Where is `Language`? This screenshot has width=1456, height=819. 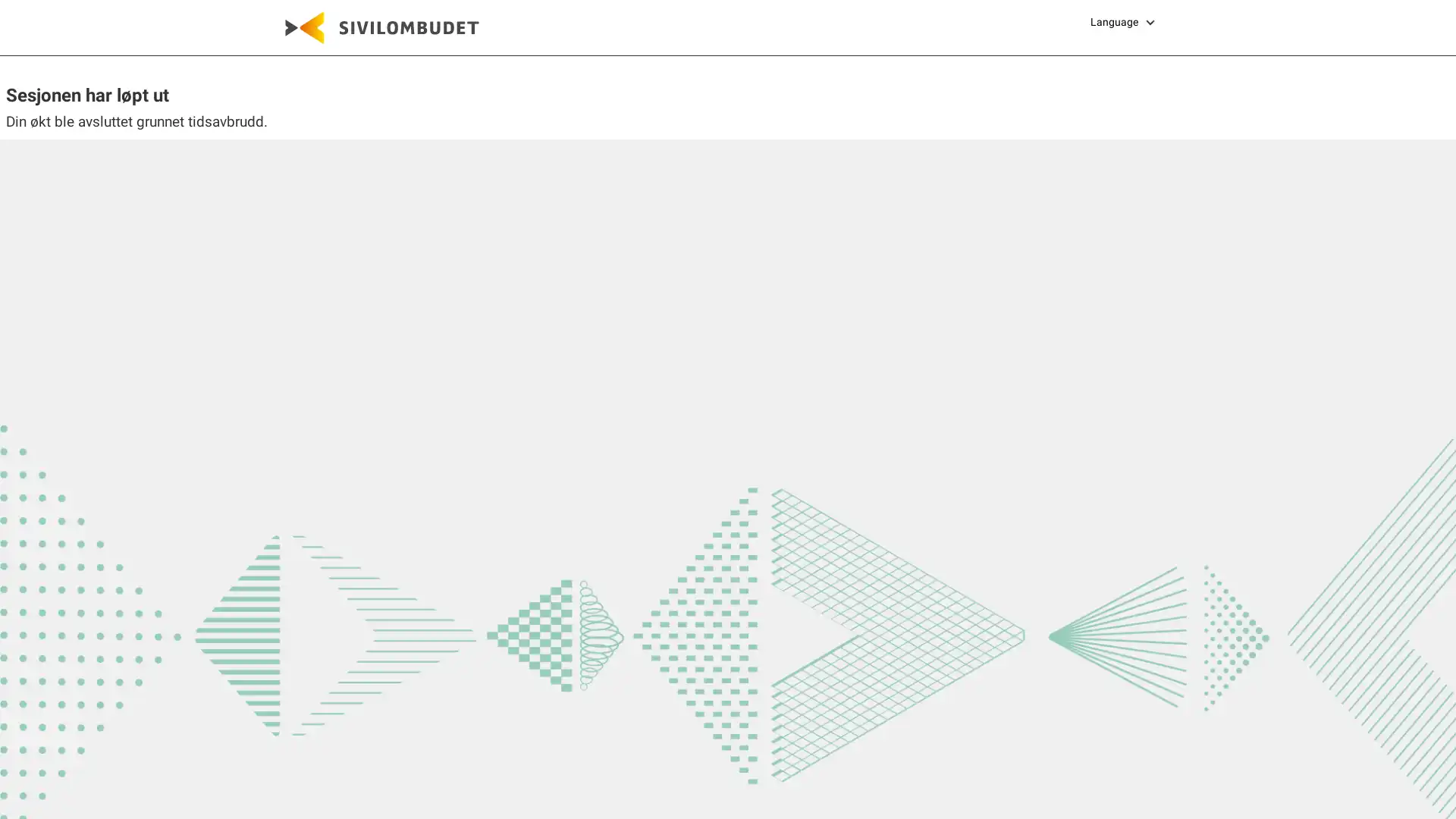 Language is located at coordinates (1125, 22).